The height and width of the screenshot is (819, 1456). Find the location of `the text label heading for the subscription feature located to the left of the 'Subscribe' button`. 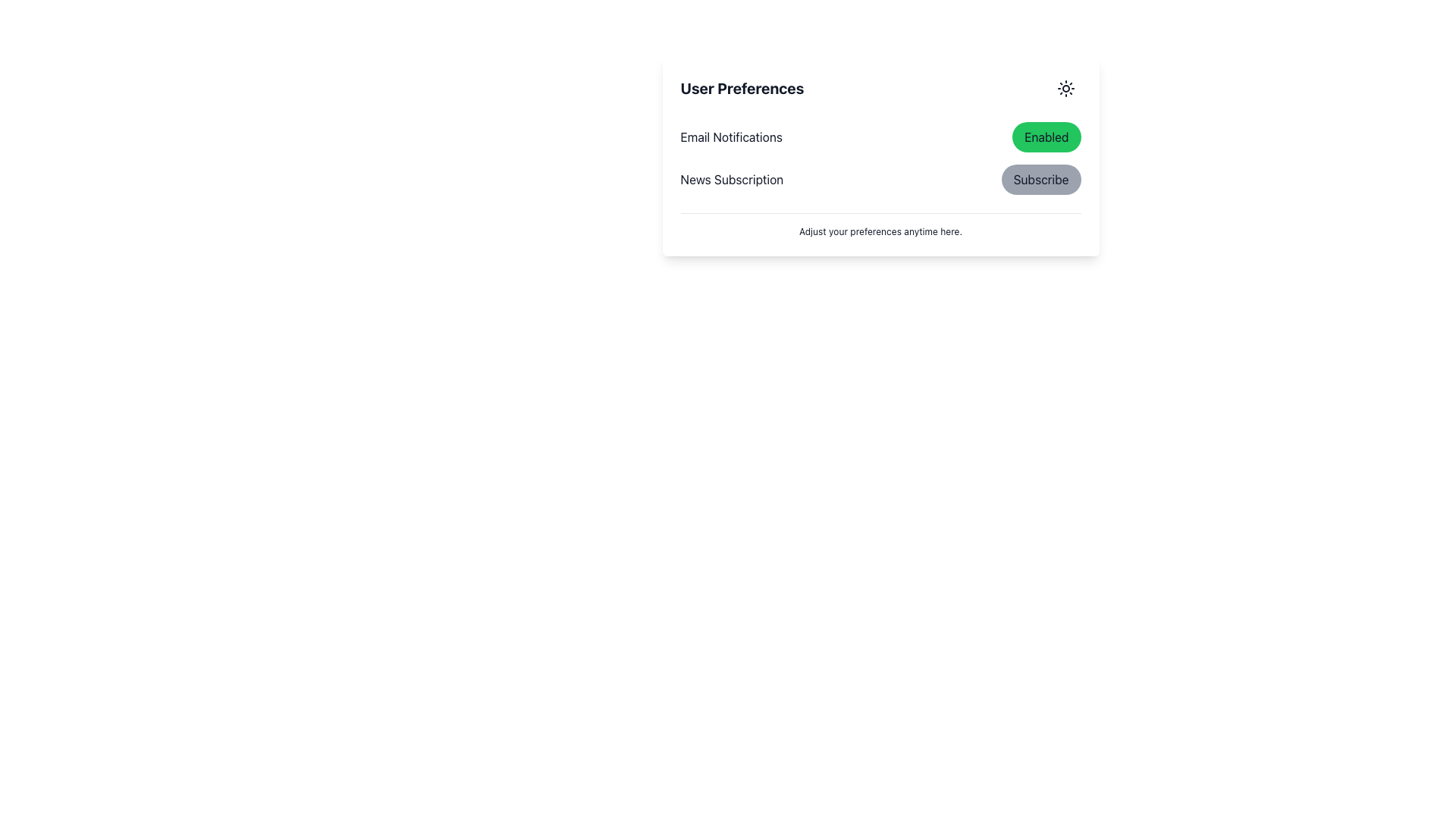

the text label heading for the subscription feature located to the left of the 'Subscribe' button is located at coordinates (732, 178).